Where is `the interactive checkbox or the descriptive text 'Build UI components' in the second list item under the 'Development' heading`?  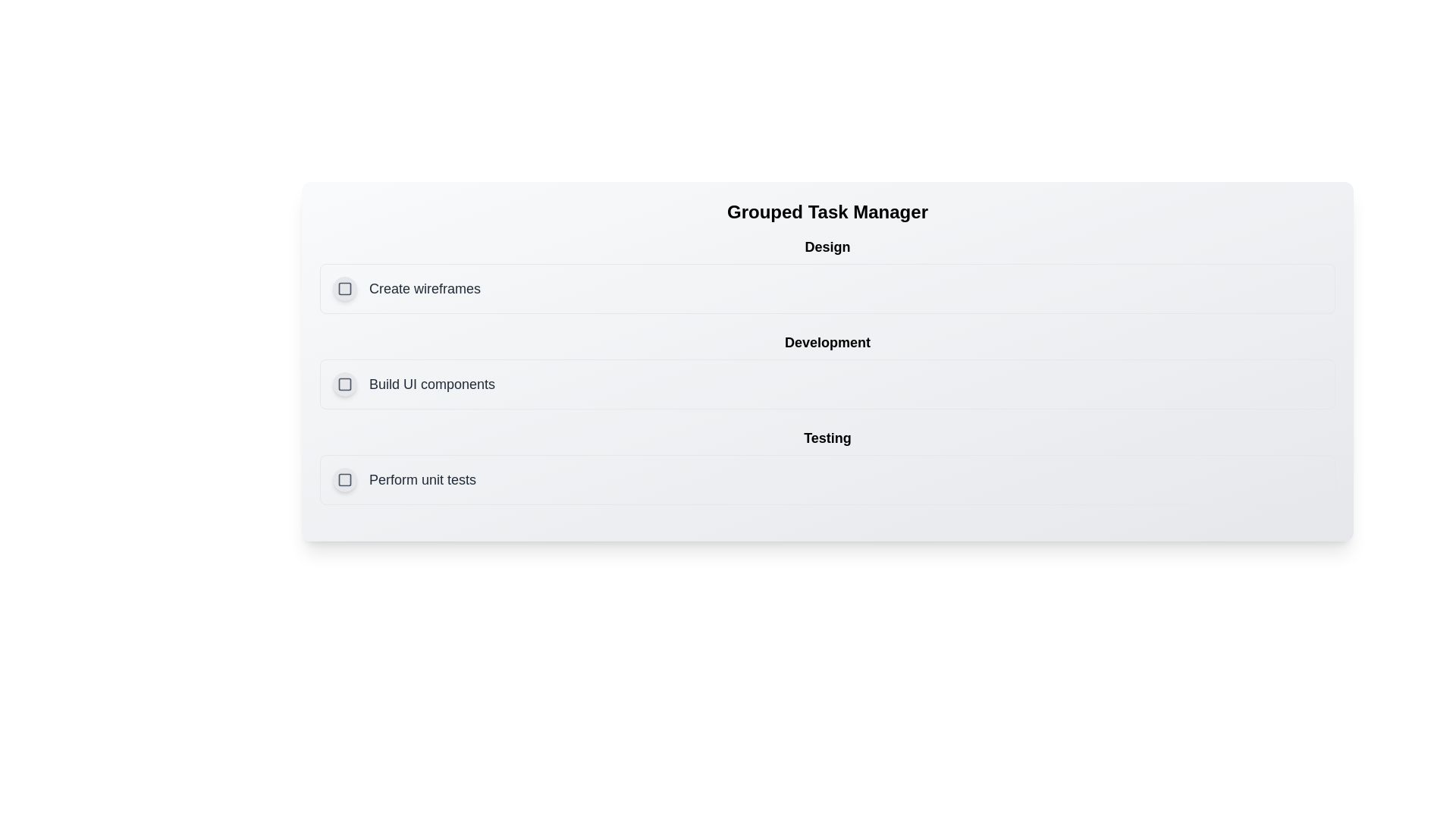 the interactive checkbox or the descriptive text 'Build UI components' in the second list item under the 'Development' heading is located at coordinates (414, 383).